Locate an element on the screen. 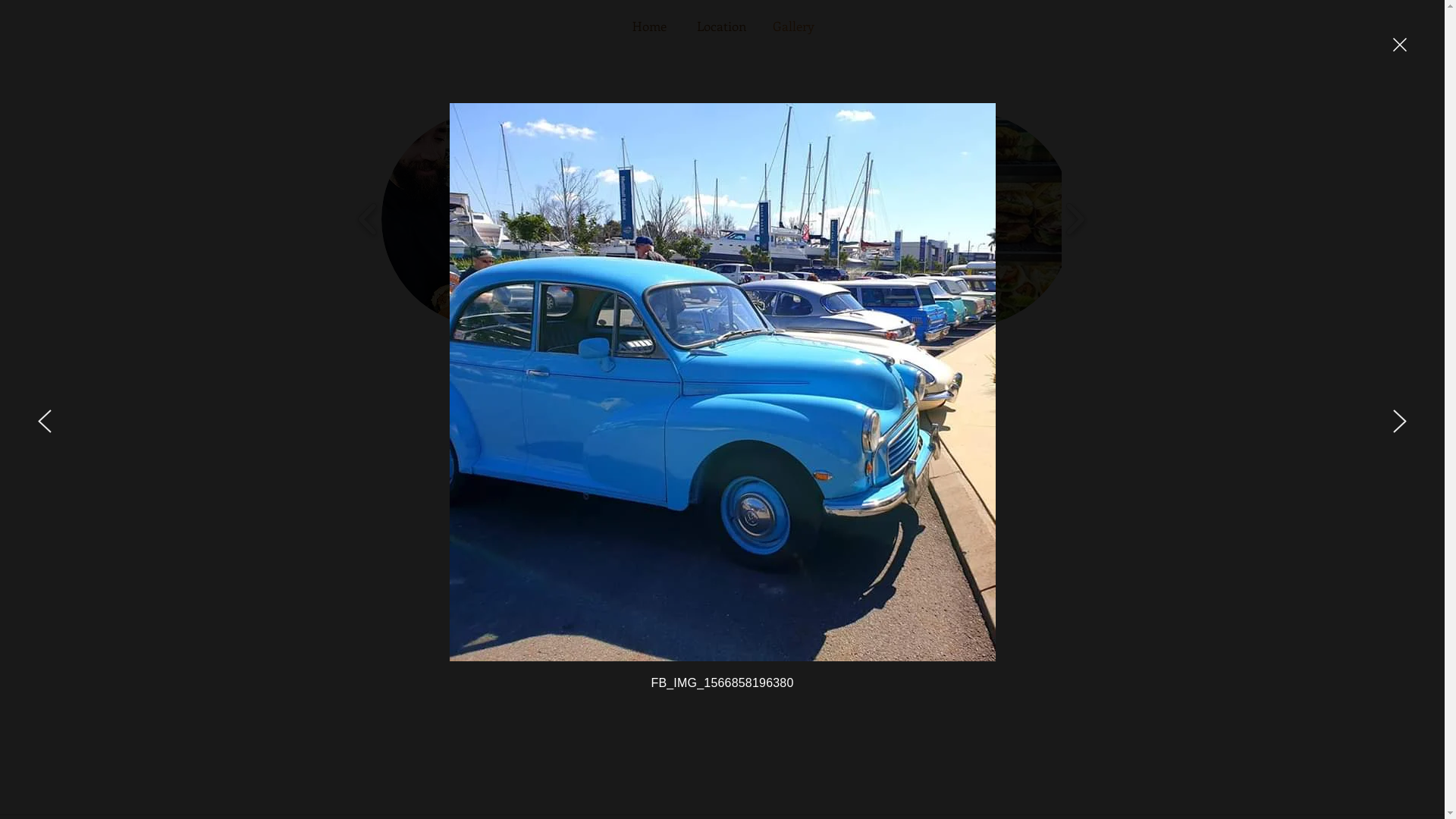 The width and height of the screenshot is (1456, 819). 'Gallery' is located at coordinates (792, 26).